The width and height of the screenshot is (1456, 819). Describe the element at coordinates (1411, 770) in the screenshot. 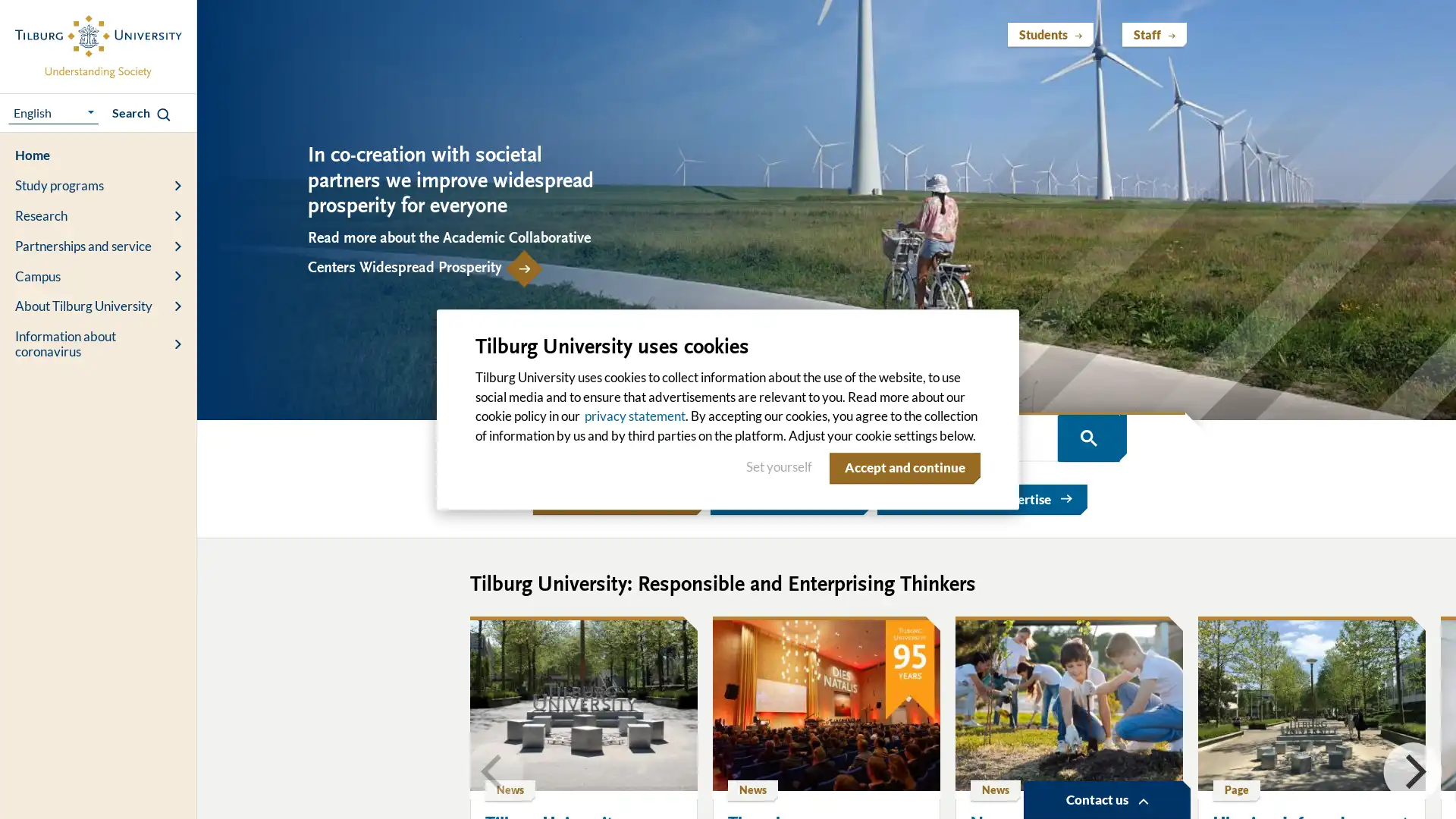

I see `next` at that location.